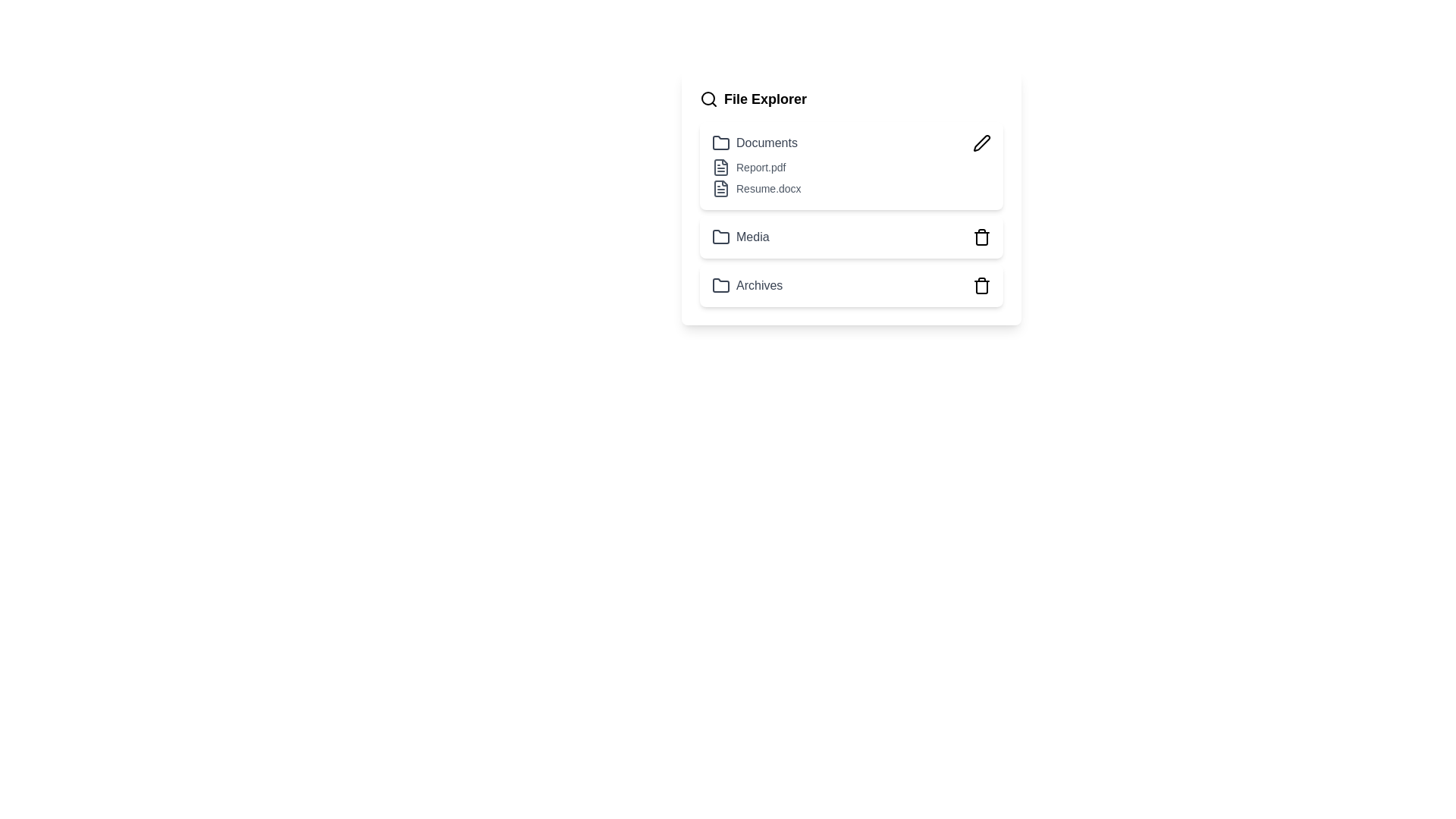  What do you see at coordinates (720, 286) in the screenshot?
I see `the folder icon located to the left of the text label 'Archives', which is the first item in its grouping and positioned near the bottom of the list` at bounding box center [720, 286].